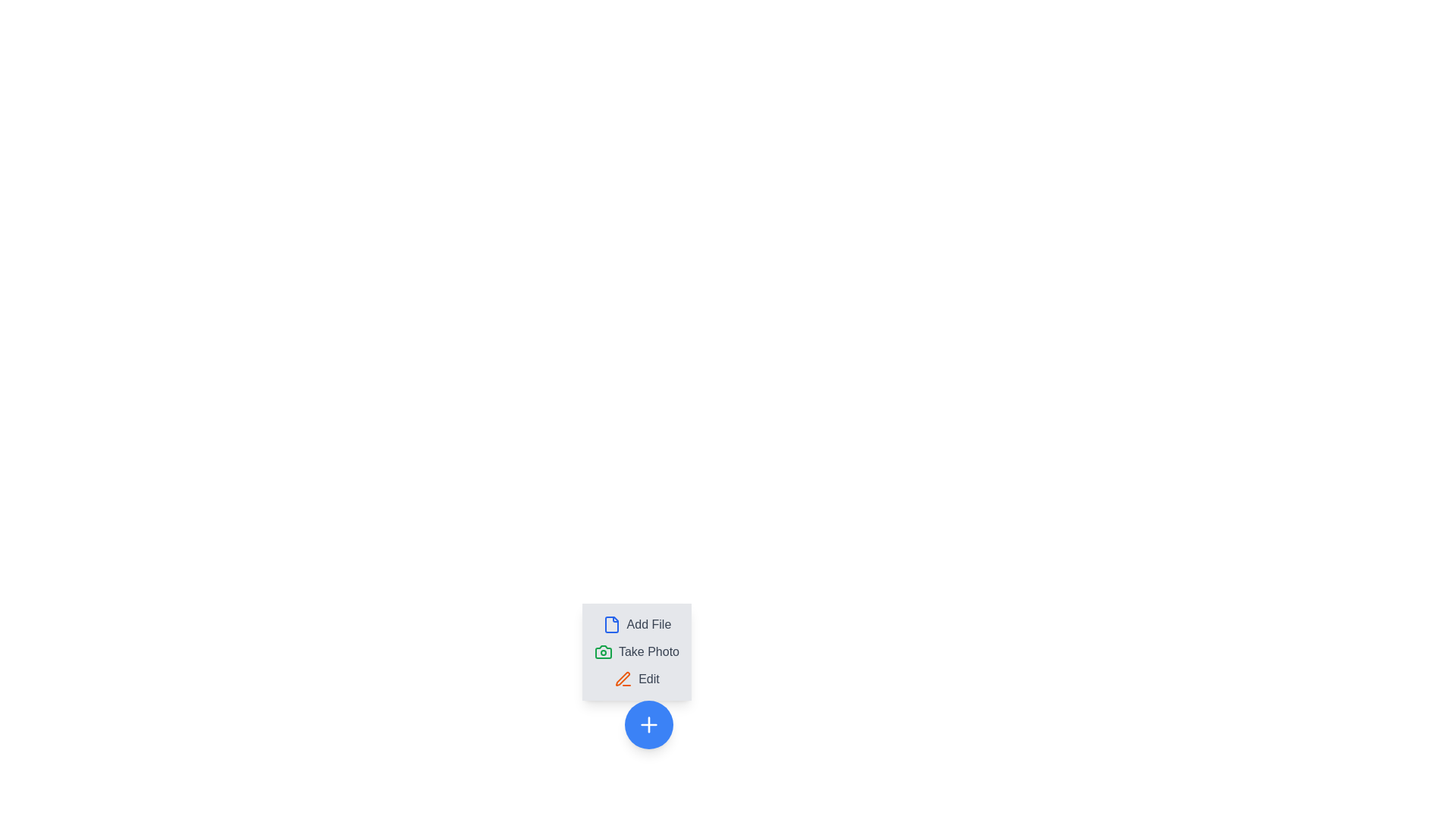  What do you see at coordinates (648, 724) in the screenshot?
I see `the circular blue button with a white plus icon located at the bottom right corner of the interactive toolbar, beneath the 'Edit' option` at bounding box center [648, 724].